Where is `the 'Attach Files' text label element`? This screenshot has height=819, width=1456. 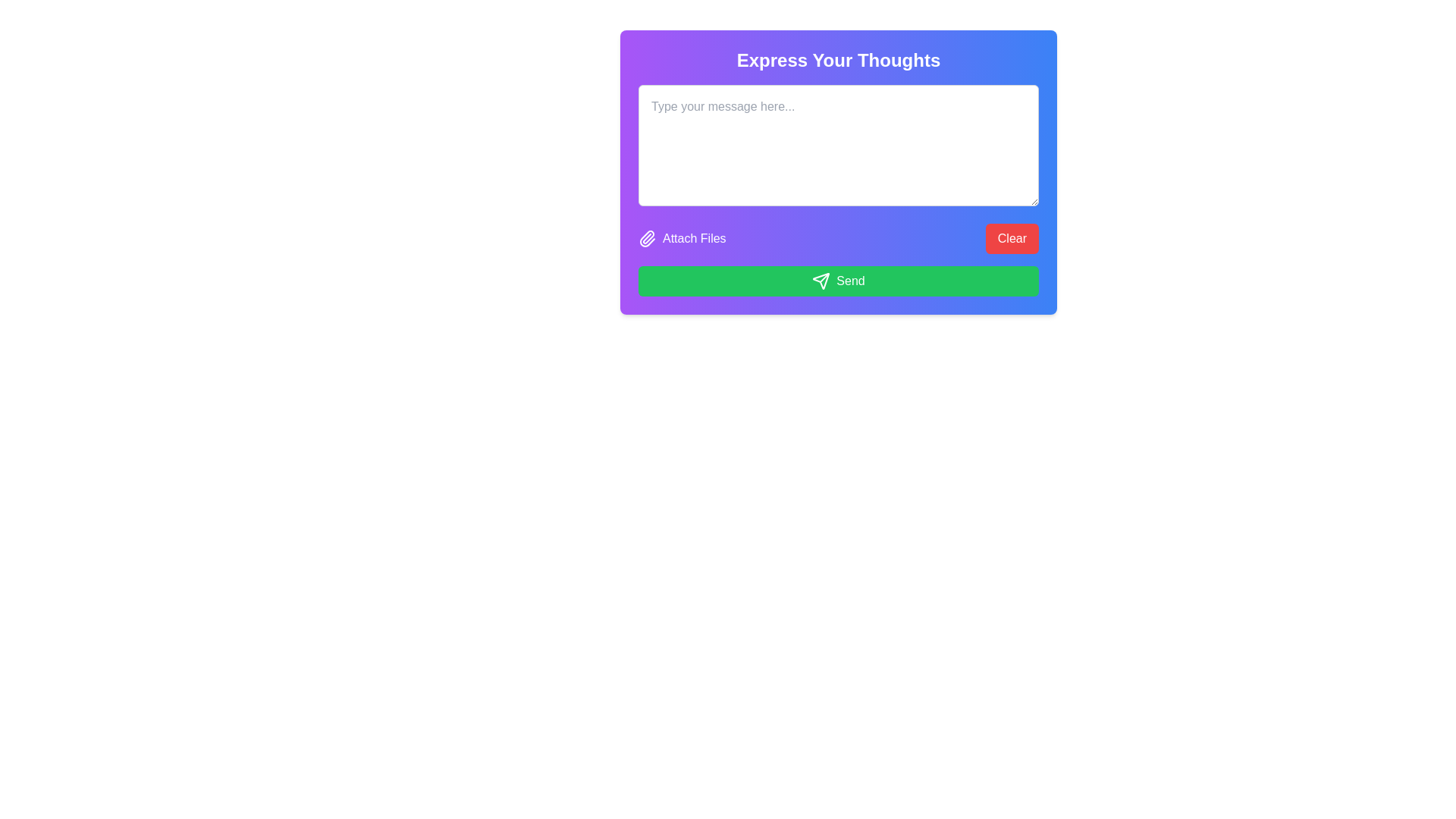 the 'Attach Files' text label element is located at coordinates (693, 239).